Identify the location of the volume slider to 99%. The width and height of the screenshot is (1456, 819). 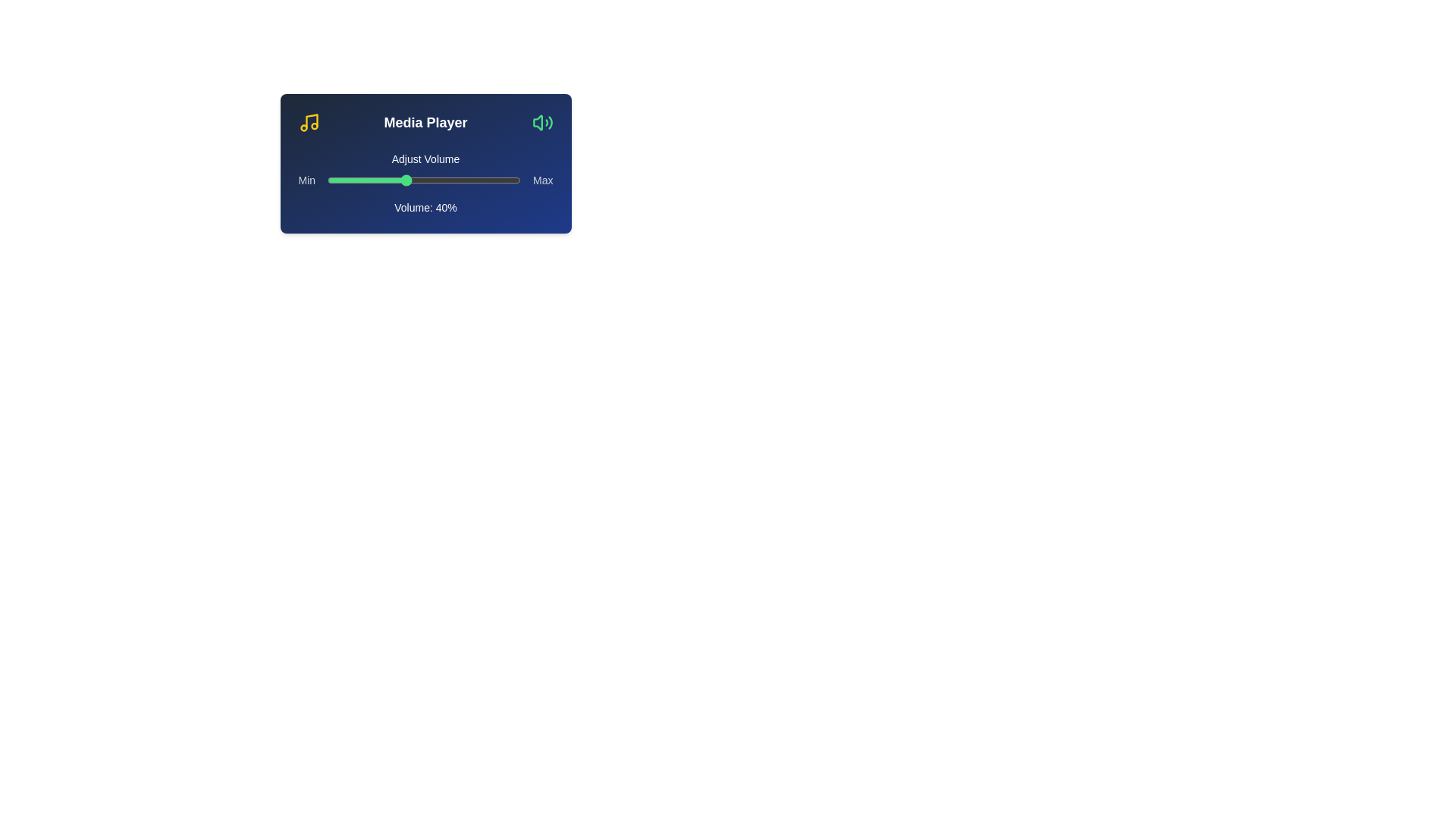
(519, 180).